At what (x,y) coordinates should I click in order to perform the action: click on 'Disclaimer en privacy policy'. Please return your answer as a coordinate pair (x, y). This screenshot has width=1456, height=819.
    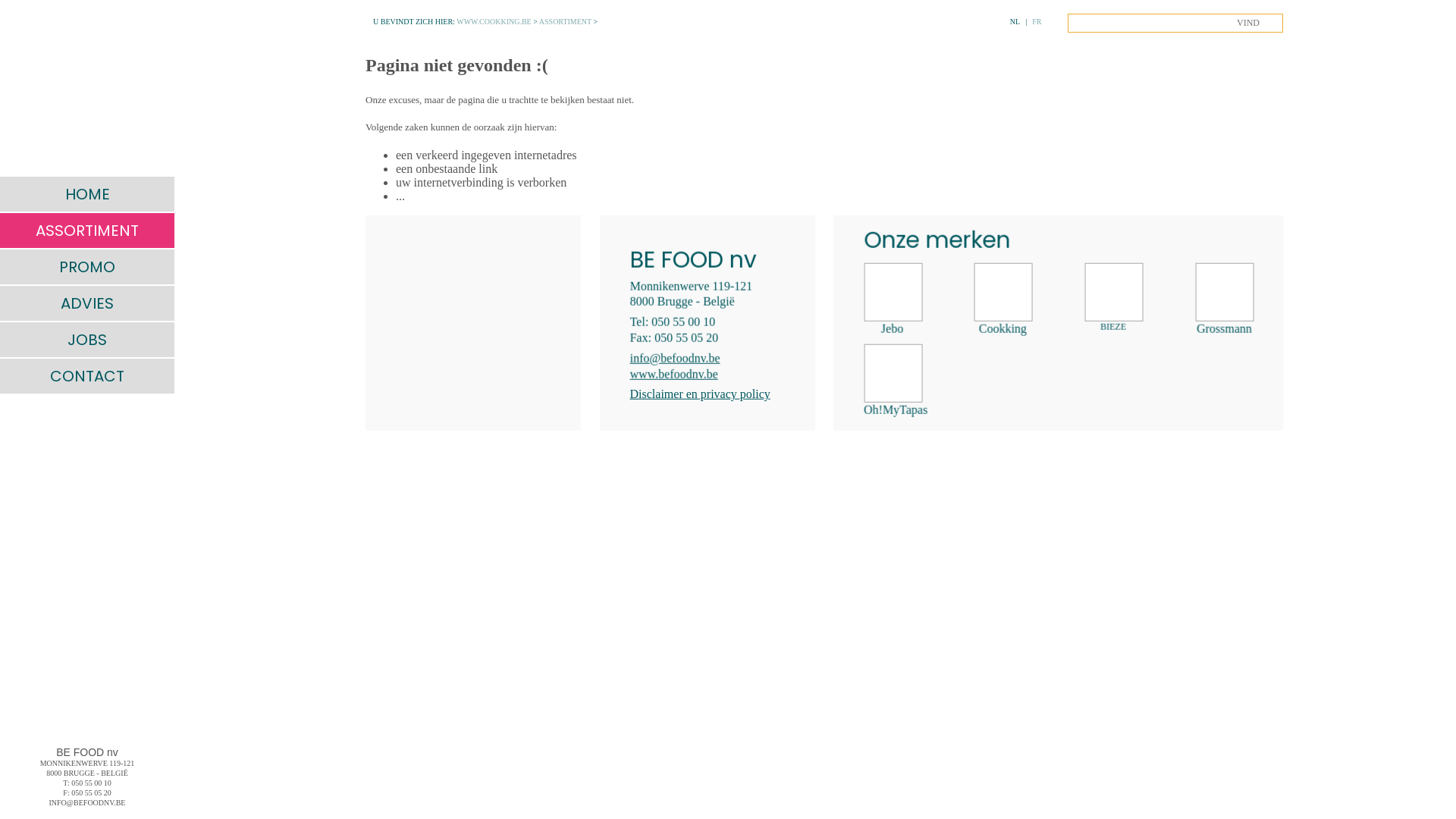
    Looking at the image, I should click on (629, 393).